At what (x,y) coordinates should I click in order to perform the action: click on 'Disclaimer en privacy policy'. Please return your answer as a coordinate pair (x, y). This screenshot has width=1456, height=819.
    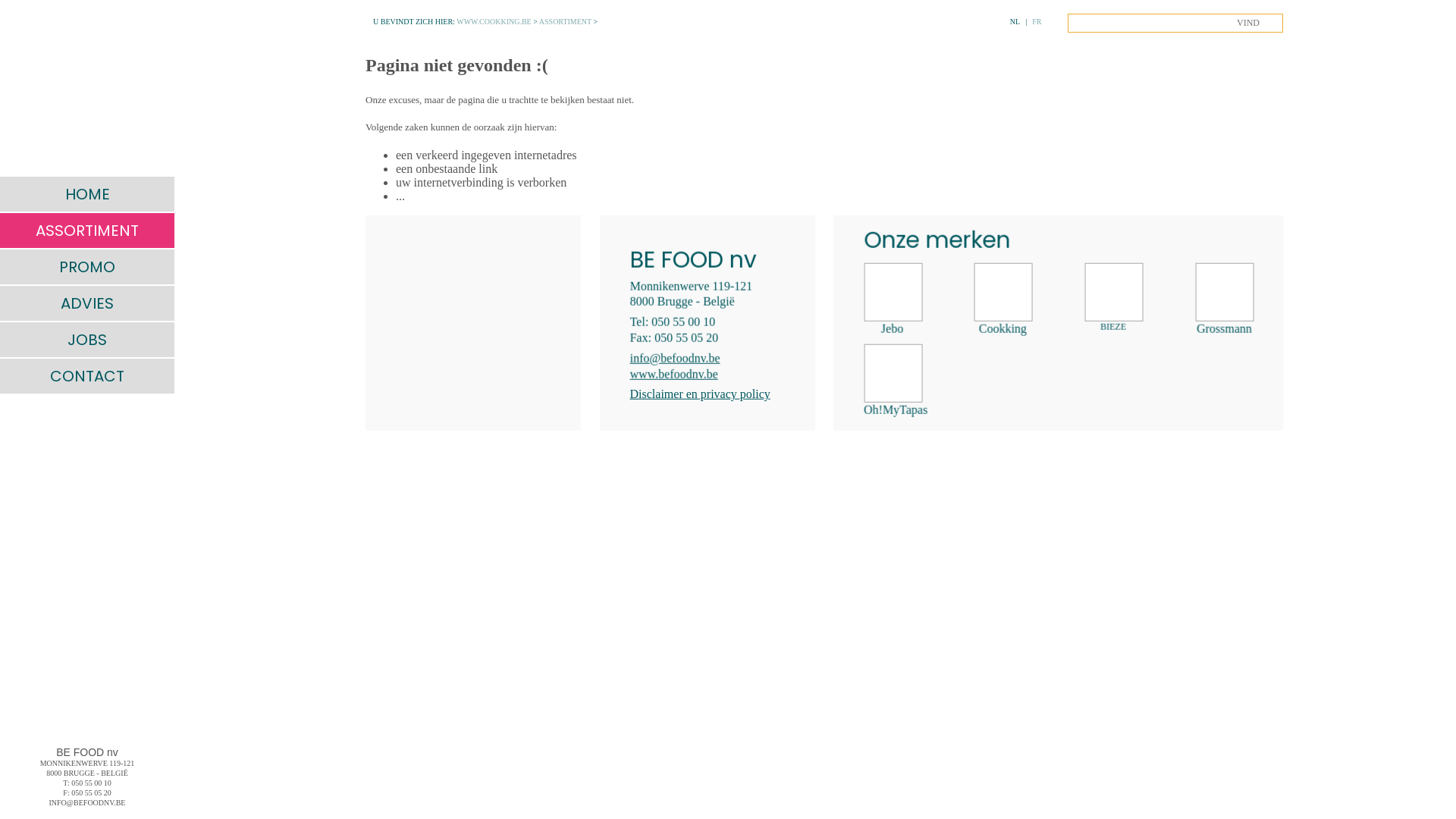
    Looking at the image, I should click on (629, 393).